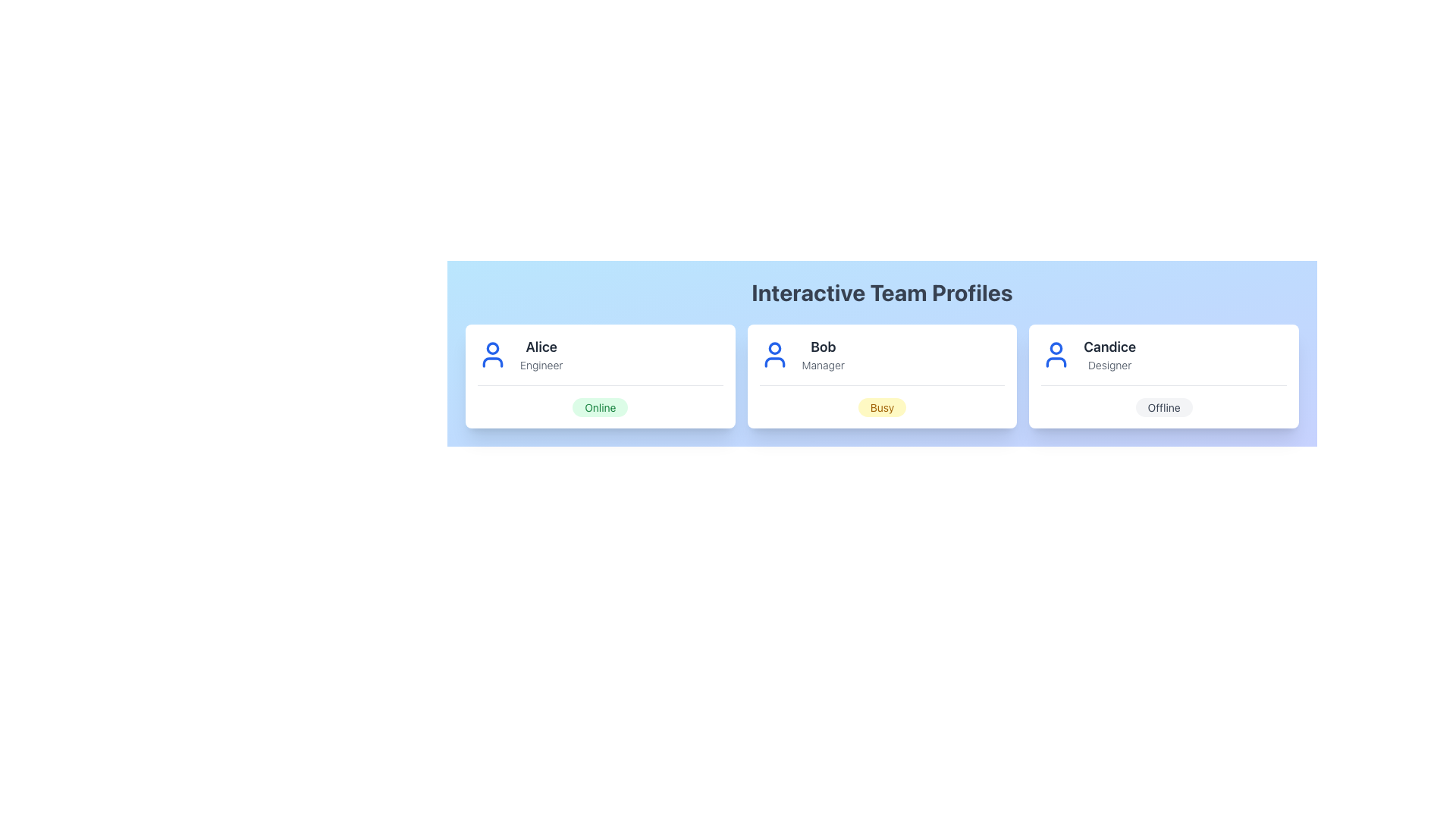  What do you see at coordinates (599, 400) in the screenshot?
I see `the online status label for user 'Alice', located at the bottom center of the profile card, below the roles 'Engineer' text and next to the profile picture` at bounding box center [599, 400].